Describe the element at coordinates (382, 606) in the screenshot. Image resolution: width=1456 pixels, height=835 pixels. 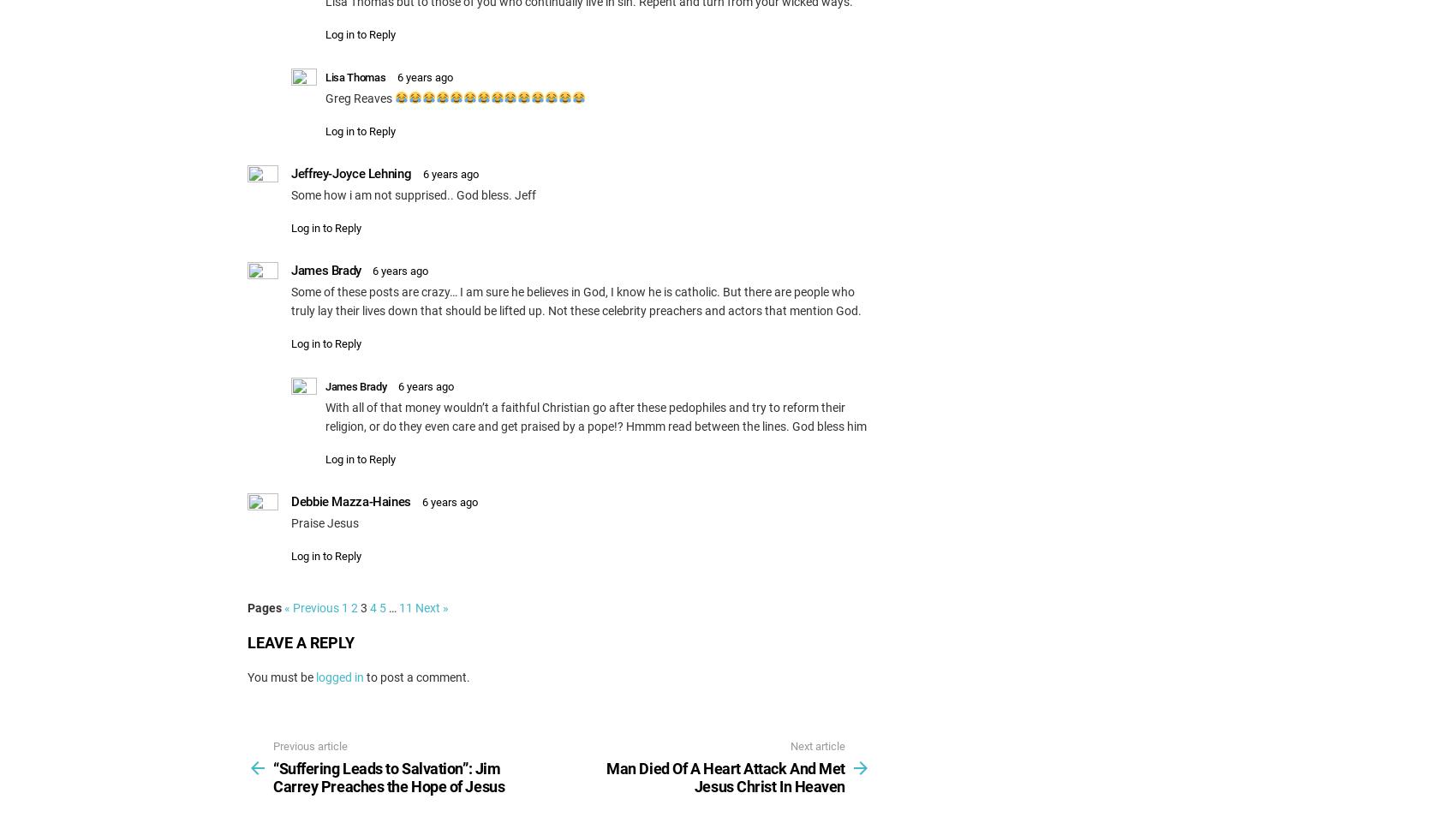
I see `'5'` at that location.